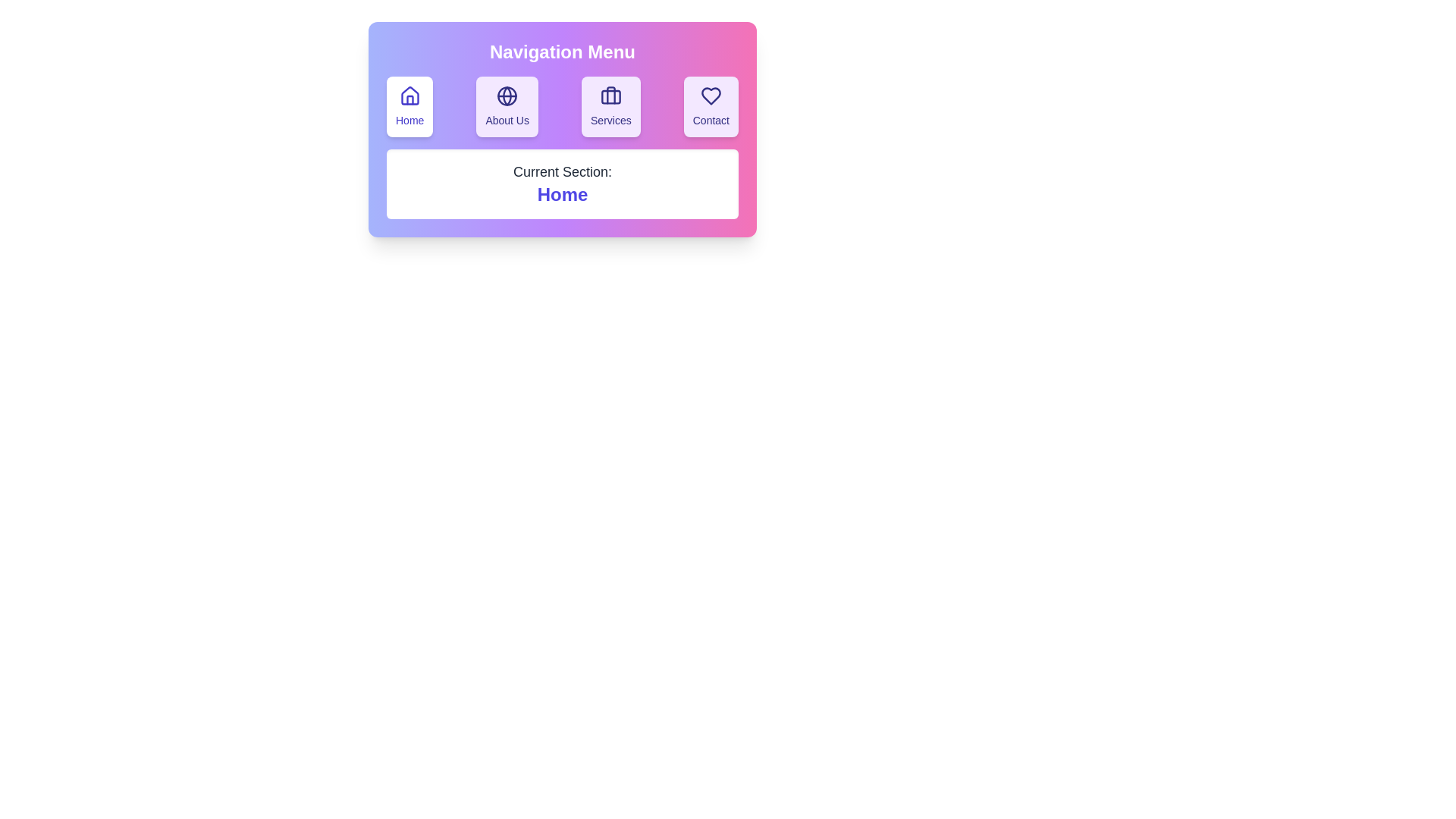 This screenshot has height=819, width=1456. What do you see at coordinates (409, 106) in the screenshot?
I see `the 'Home' button to ensure the current section is displayed` at bounding box center [409, 106].